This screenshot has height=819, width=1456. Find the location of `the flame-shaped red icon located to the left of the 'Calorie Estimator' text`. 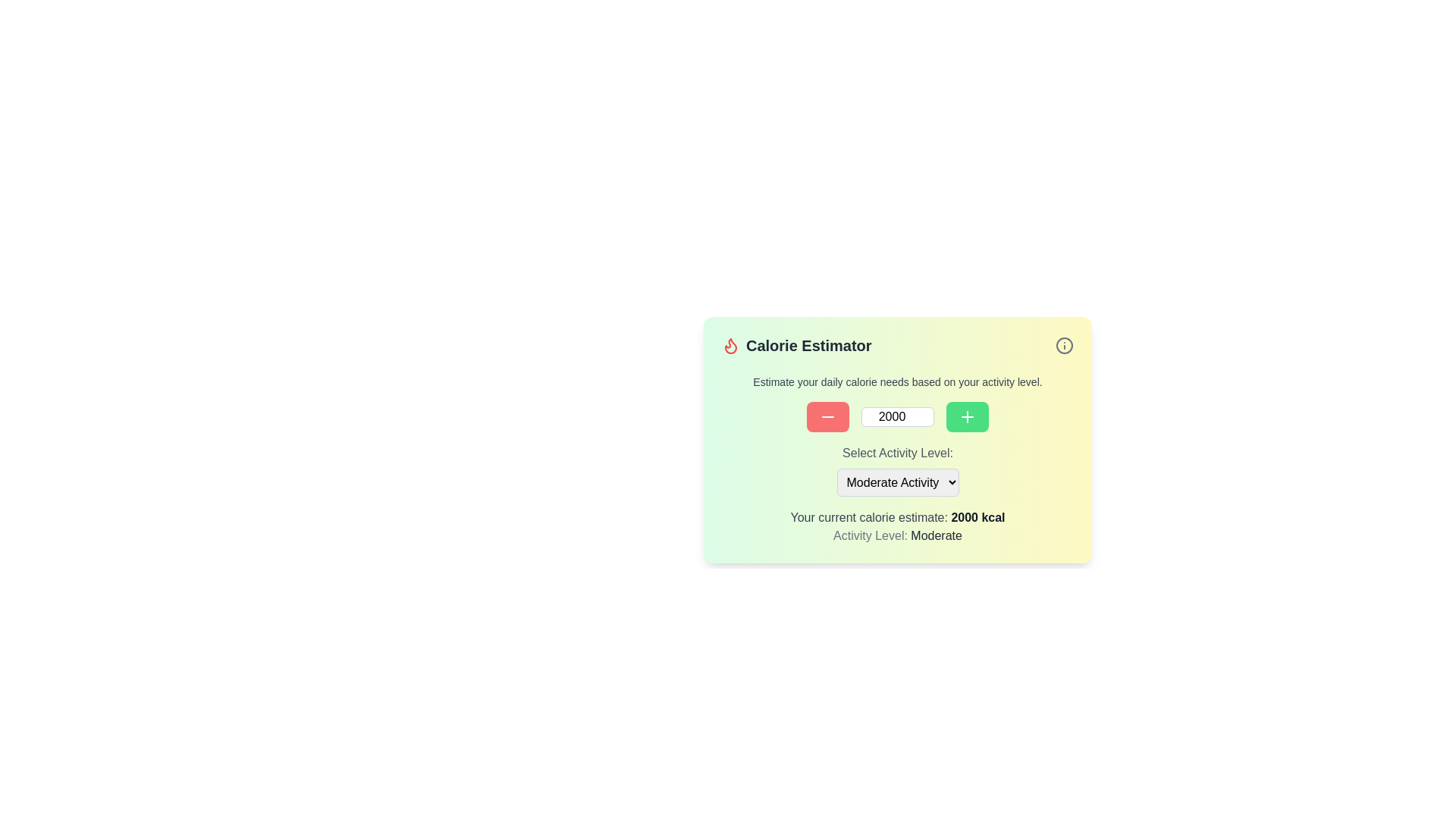

the flame-shaped red icon located to the left of the 'Calorie Estimator' text is located at coordinates (731, 345).